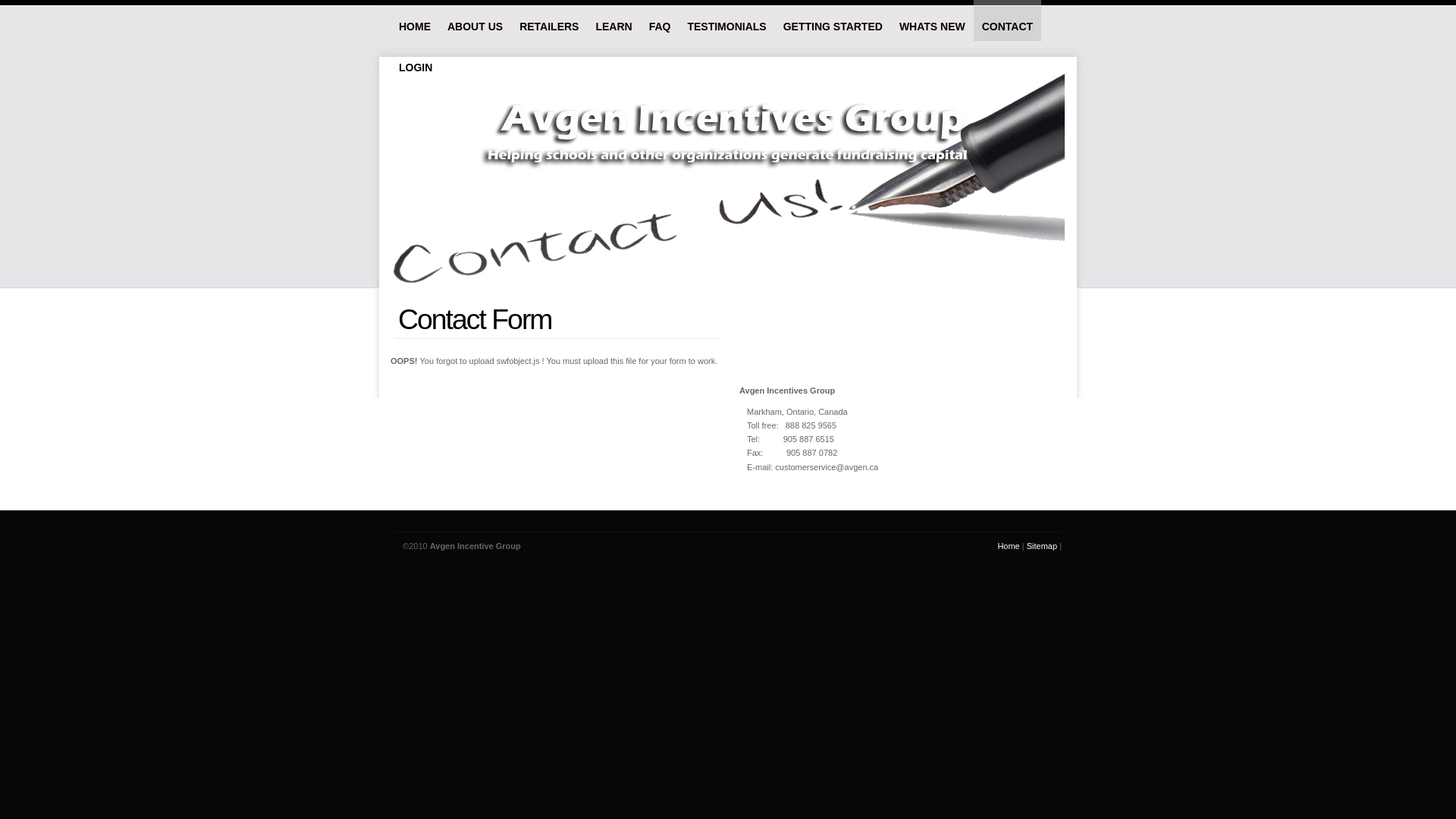 The height and width of the screenshot is (819, 1456). What do you see at coordinates (1008, 546) in the screenshot?
I see `'Home'` at bounding box center [1008, 546].